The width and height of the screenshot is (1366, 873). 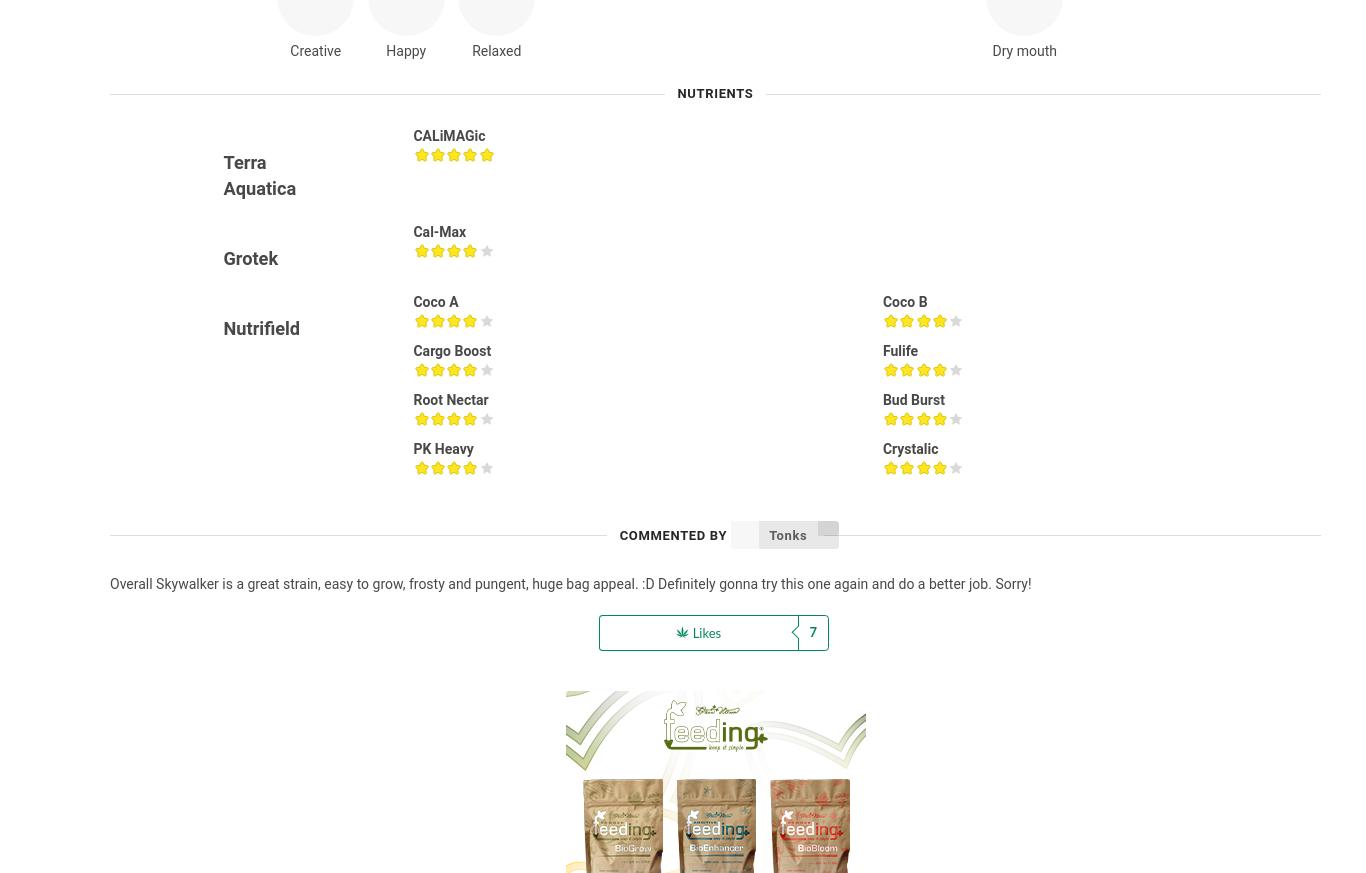 I want to click on 'Creative', so click(x=315, y=49).